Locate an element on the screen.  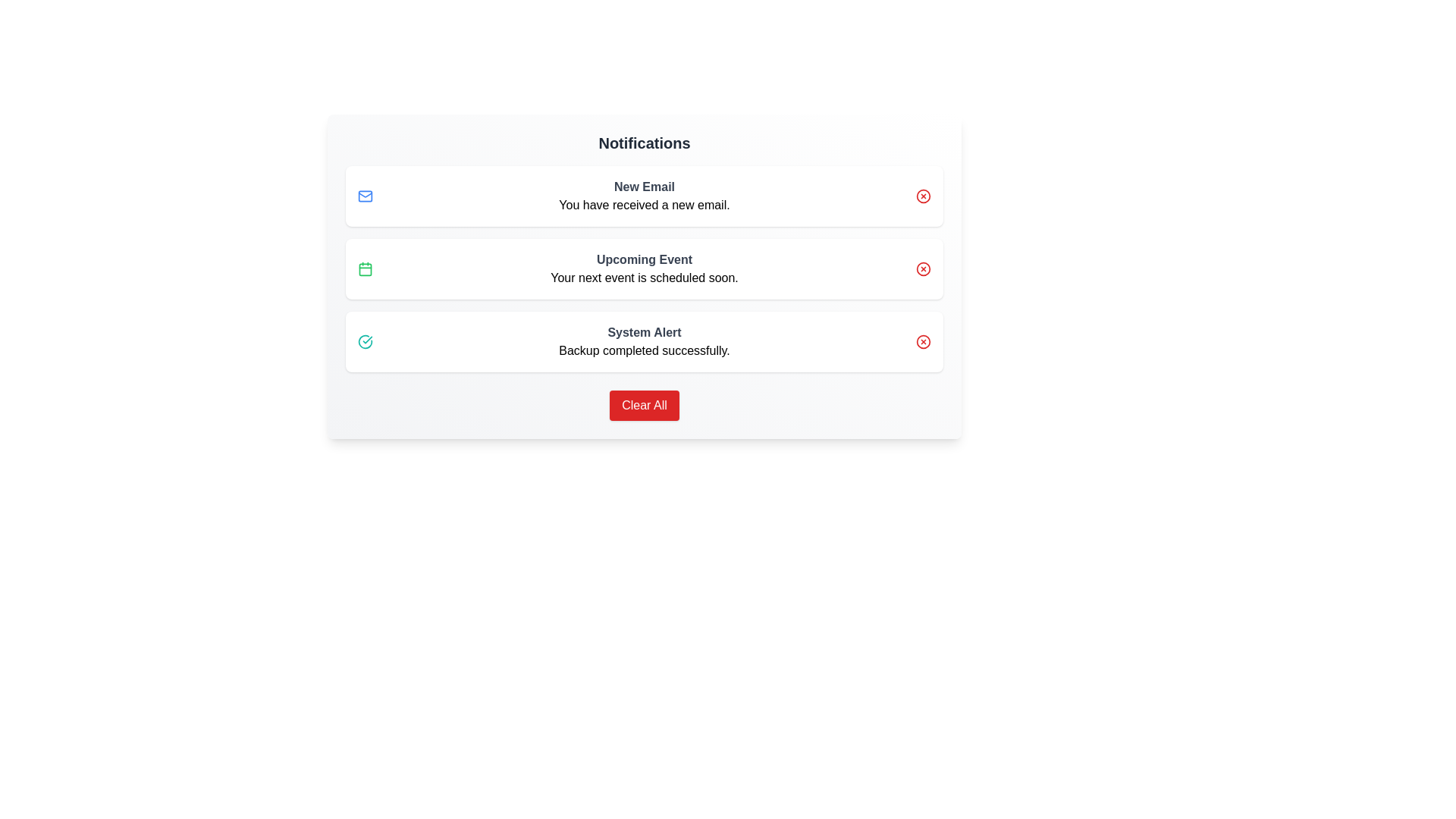
the Text Label that informs users about the successful completion of a backup process, located at the bottom of the notification list under the 'System Alert' header is located at coordinates (644, 350).